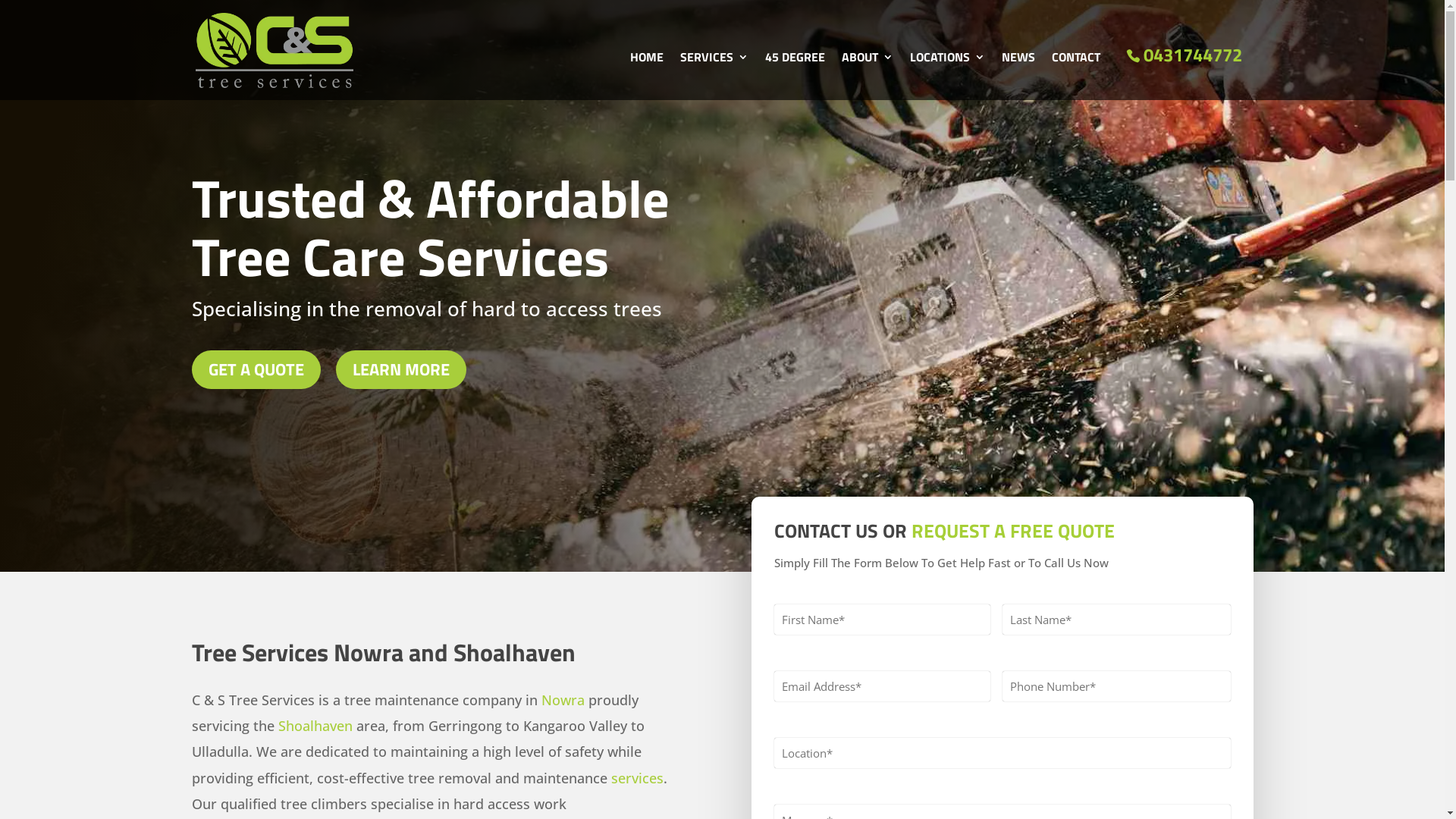 The image size is (1456, 819). I want to click on 'NEWS', so click(1001, 76).